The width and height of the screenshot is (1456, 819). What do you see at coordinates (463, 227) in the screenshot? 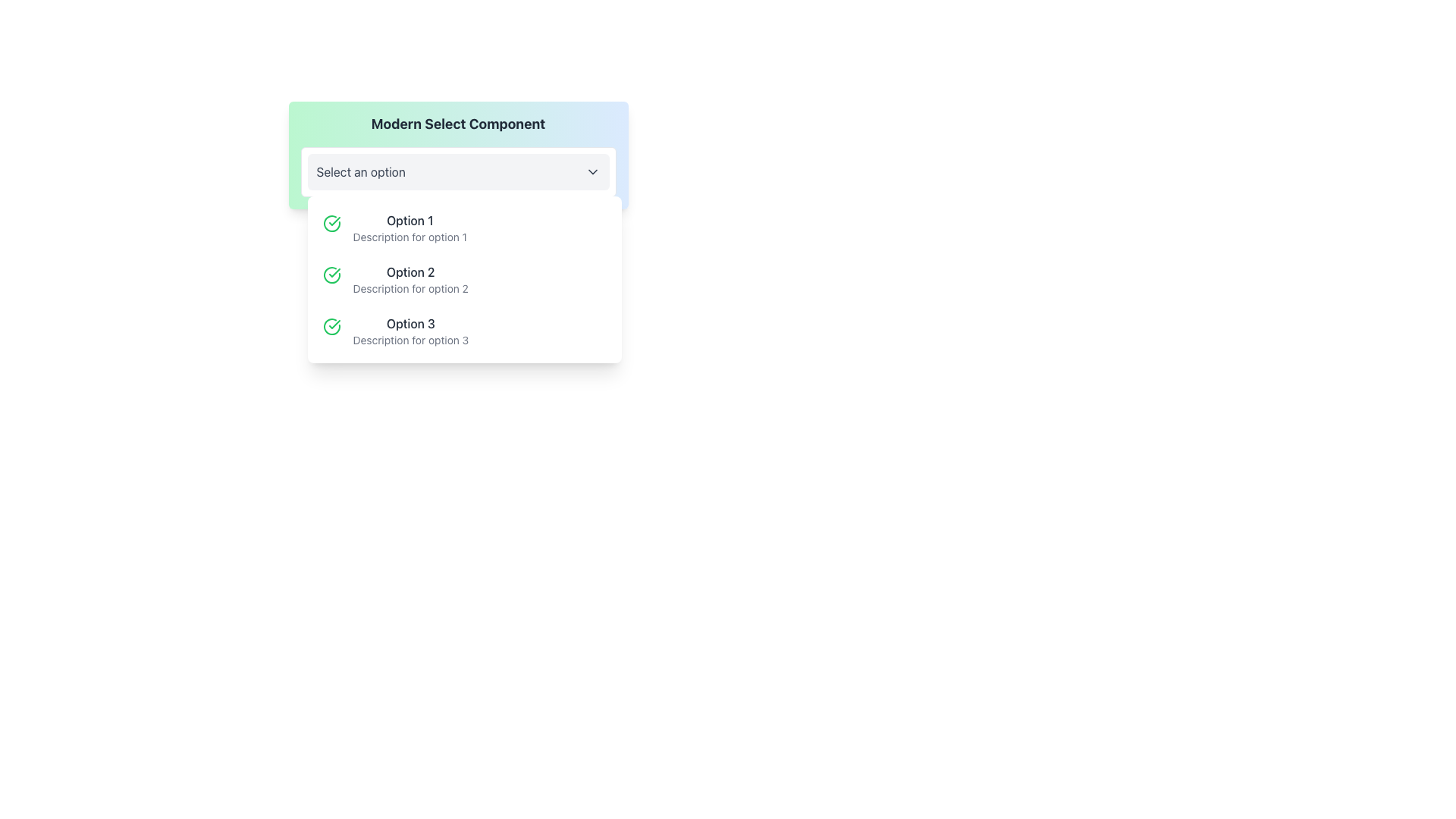
I see `the first selectable item in the dropdown menu labeled 'Modern Select Component'` at bounding box center [463, 227].